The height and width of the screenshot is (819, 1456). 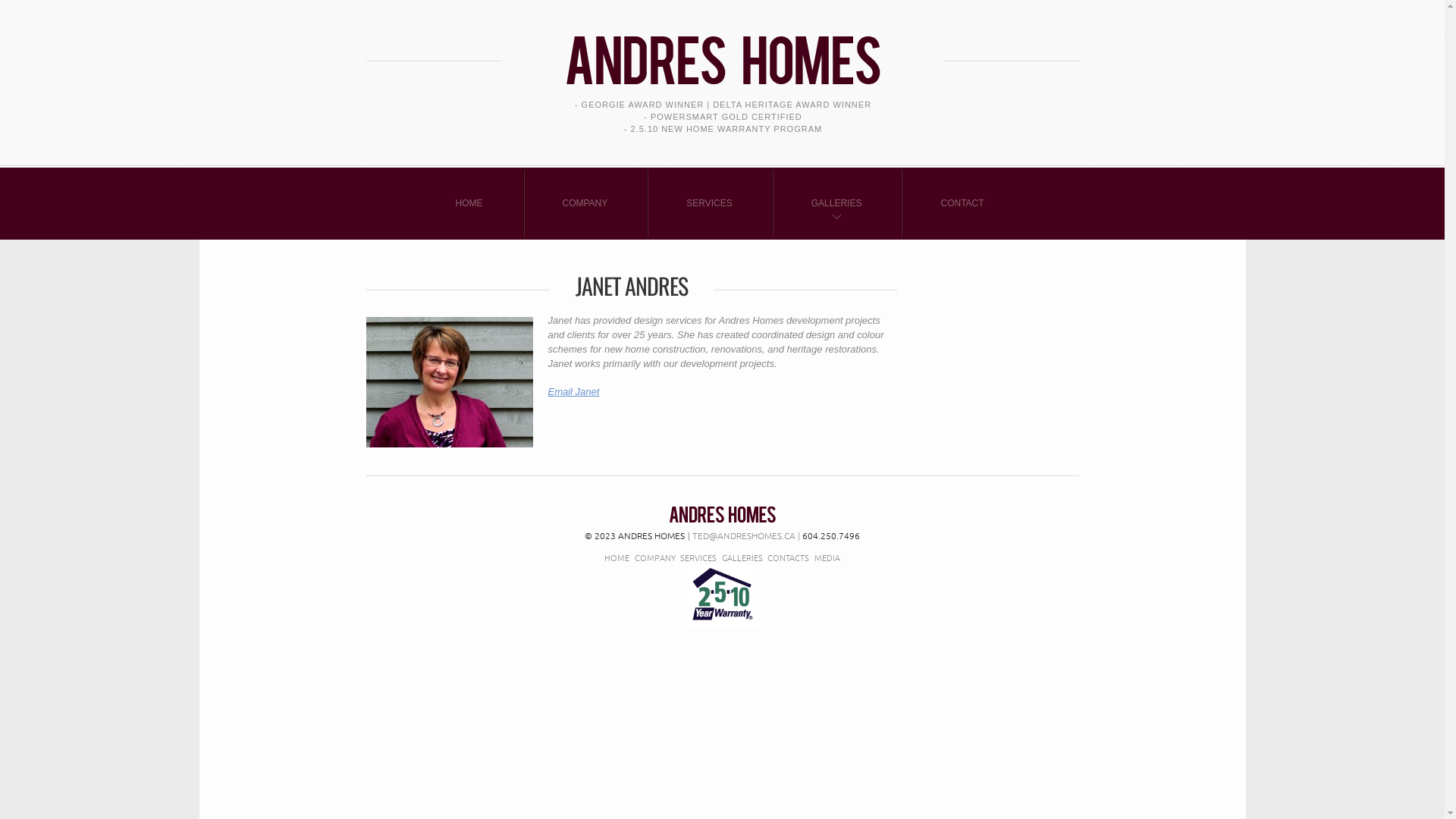 I want to click on 'Quality Built Homes', so click(x=720, y=48).